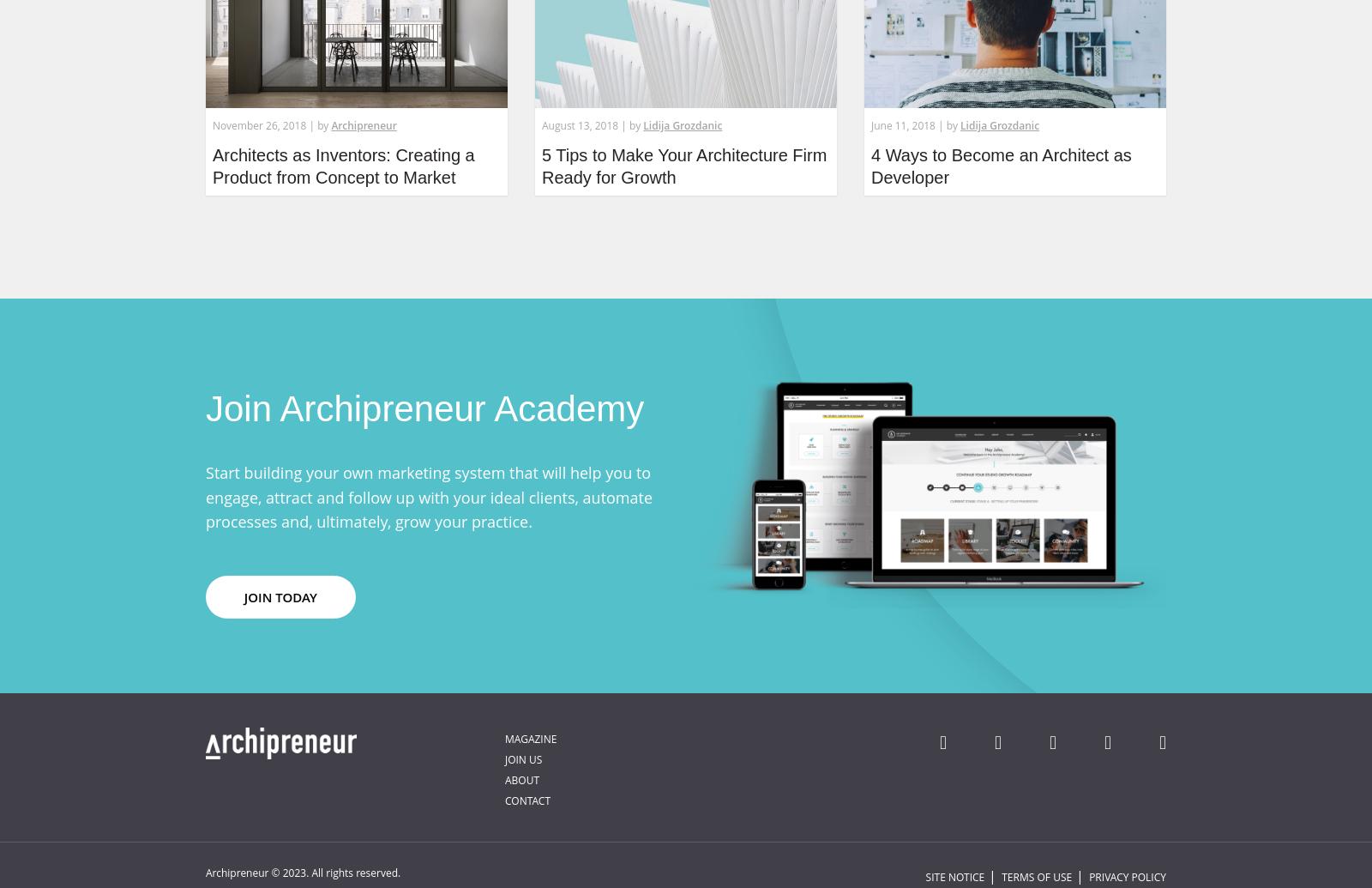  What do you see at coordinates (503, 737) in the screenshot?
I see `'Magazine'` at bounding box center [503, 737].